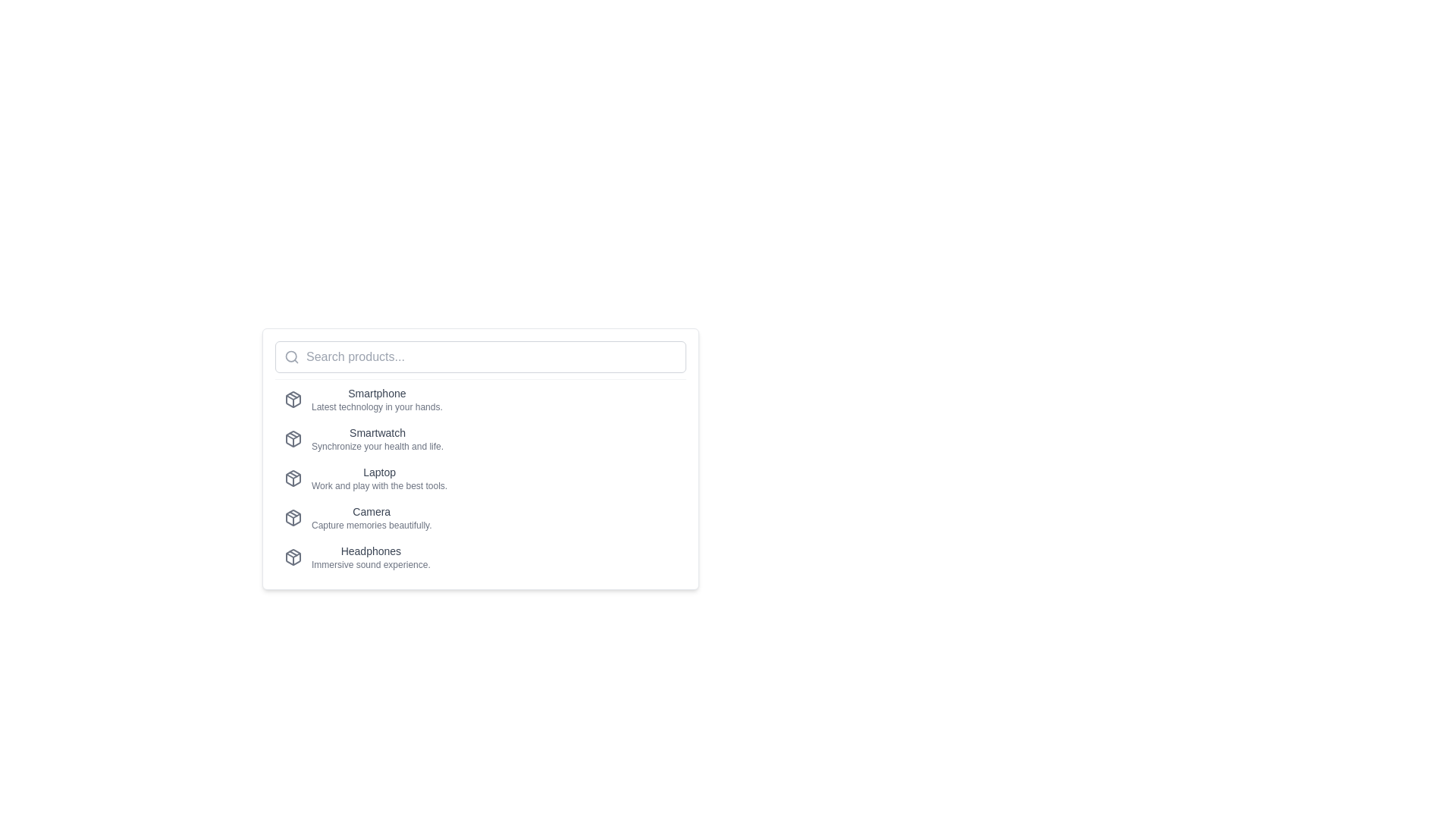 This screenshot has width=1456, height=819. I want to click on the descriptive caption Text Label for the 'Headphones' option located beneath the main label 'Headphones' in the vertical list, so click(371, 564).